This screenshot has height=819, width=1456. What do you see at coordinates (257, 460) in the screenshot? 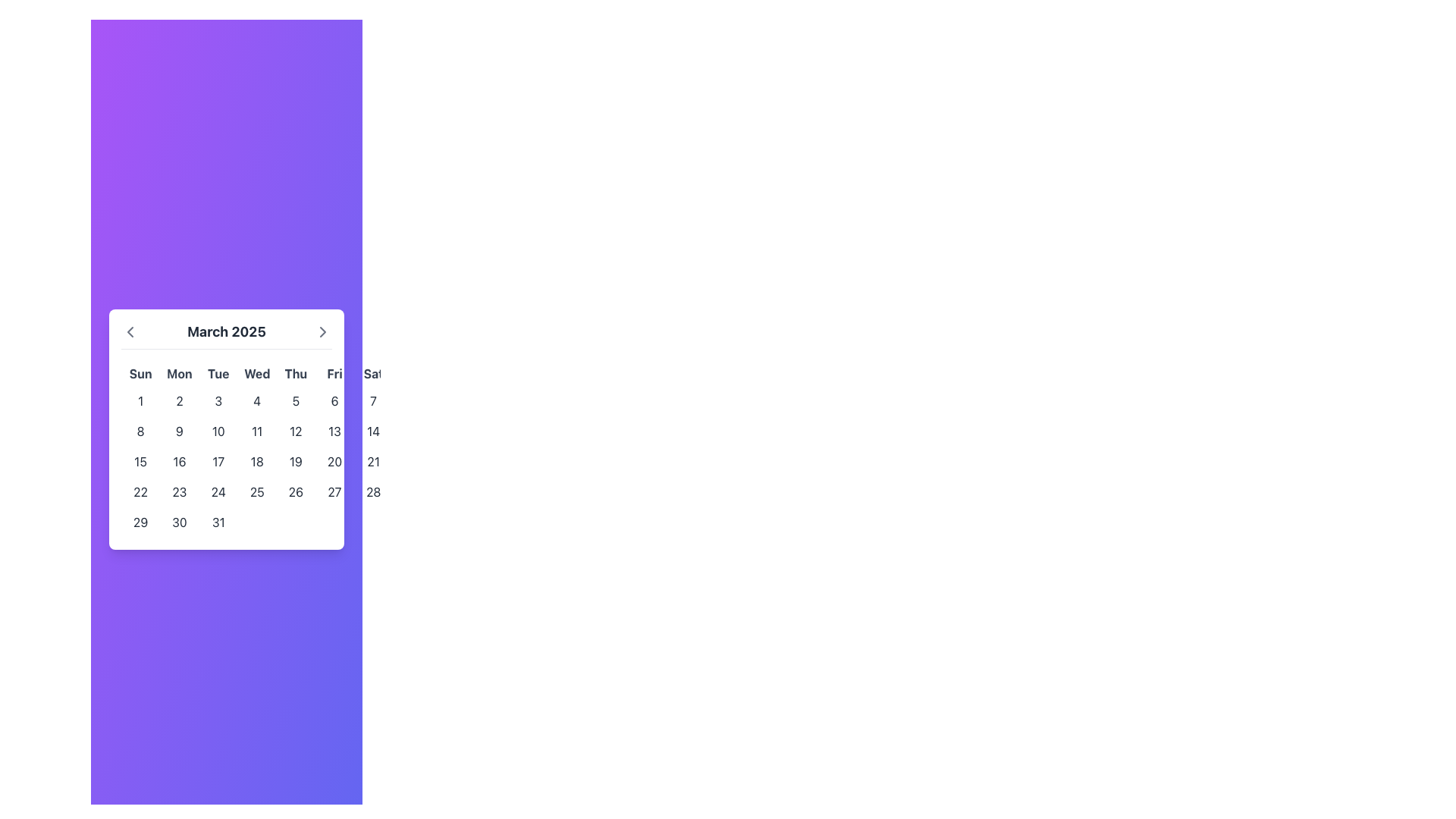
I see `the date selector element representing the date '18'` at bounding box center [257, 460].